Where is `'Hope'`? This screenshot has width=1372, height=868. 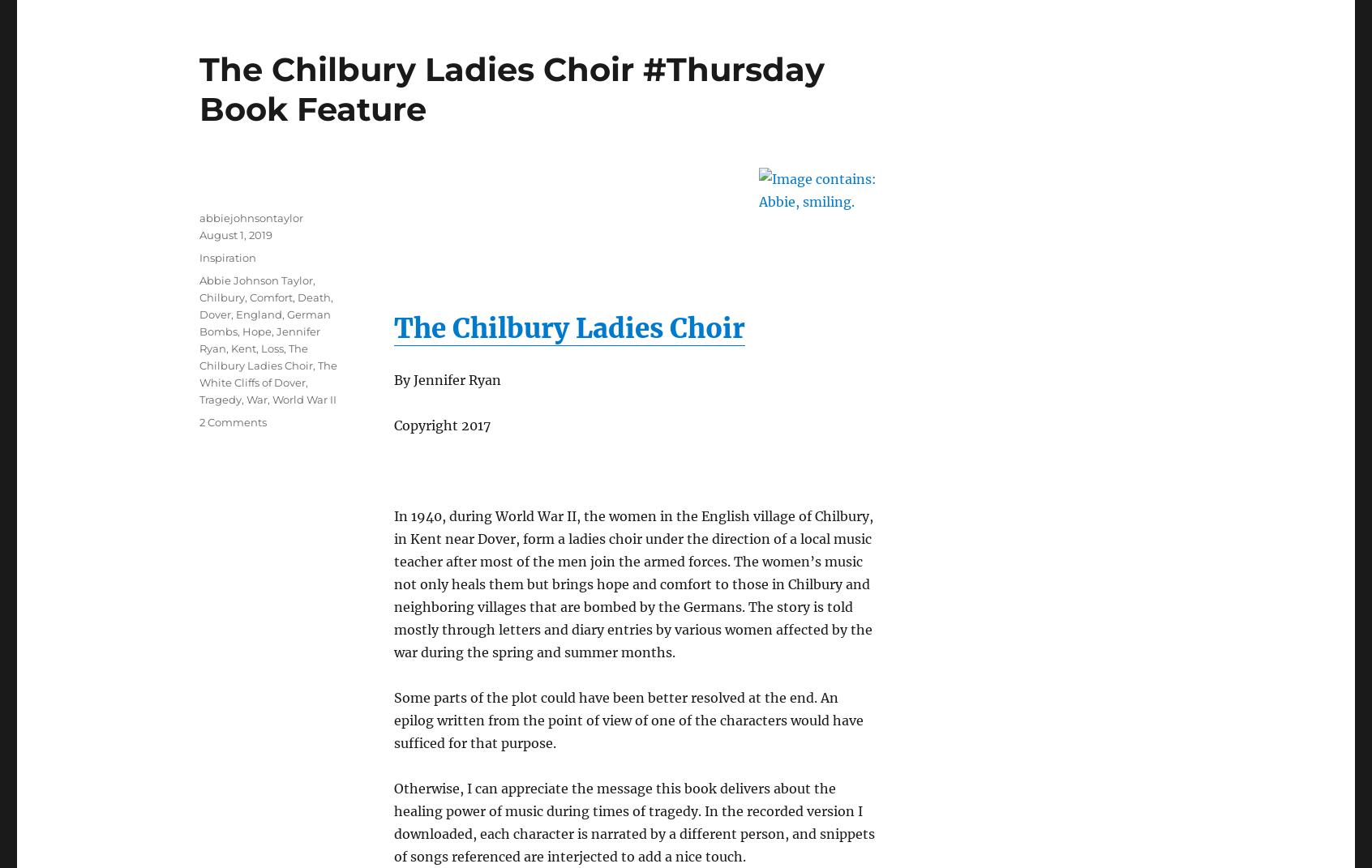
'Hope' is located at coordinates (256, 331).